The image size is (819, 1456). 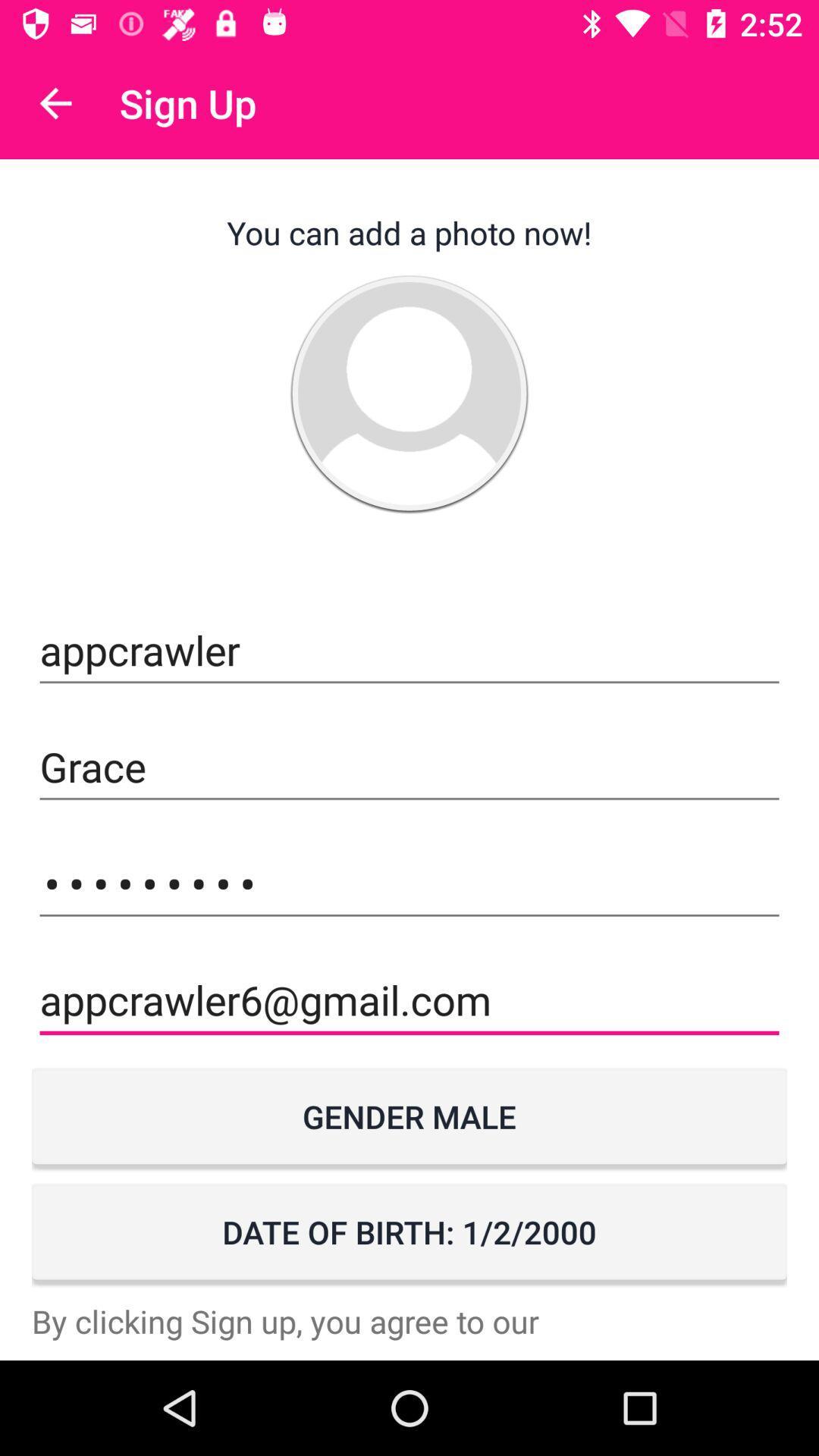 What do you see at coordinates (409, 651) in the screenshot?
I see `the first field of the page` at bounding box center [409, 651].